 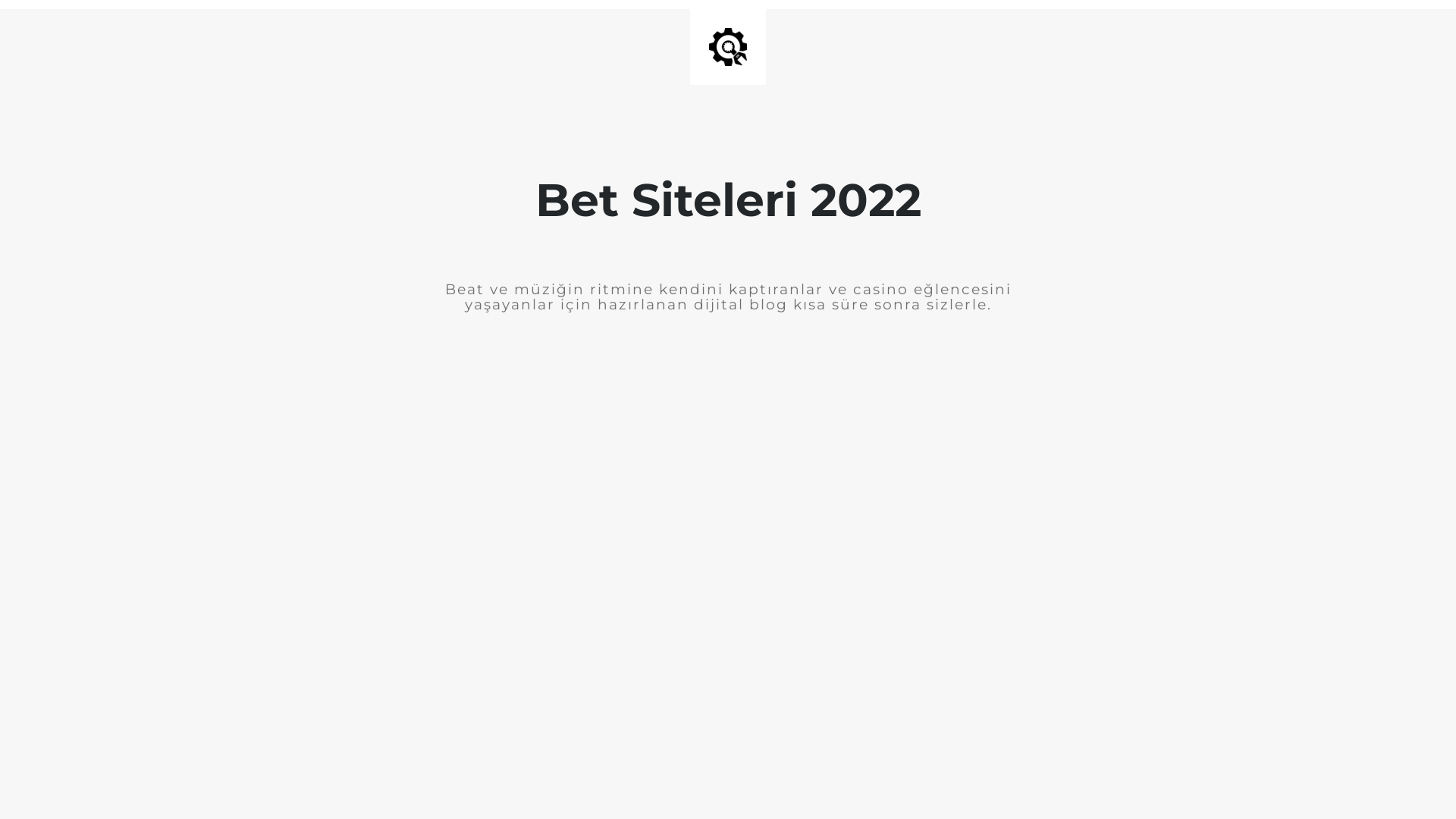 I want to click on 'Site is Under Construction', so click(x=708, y=45).